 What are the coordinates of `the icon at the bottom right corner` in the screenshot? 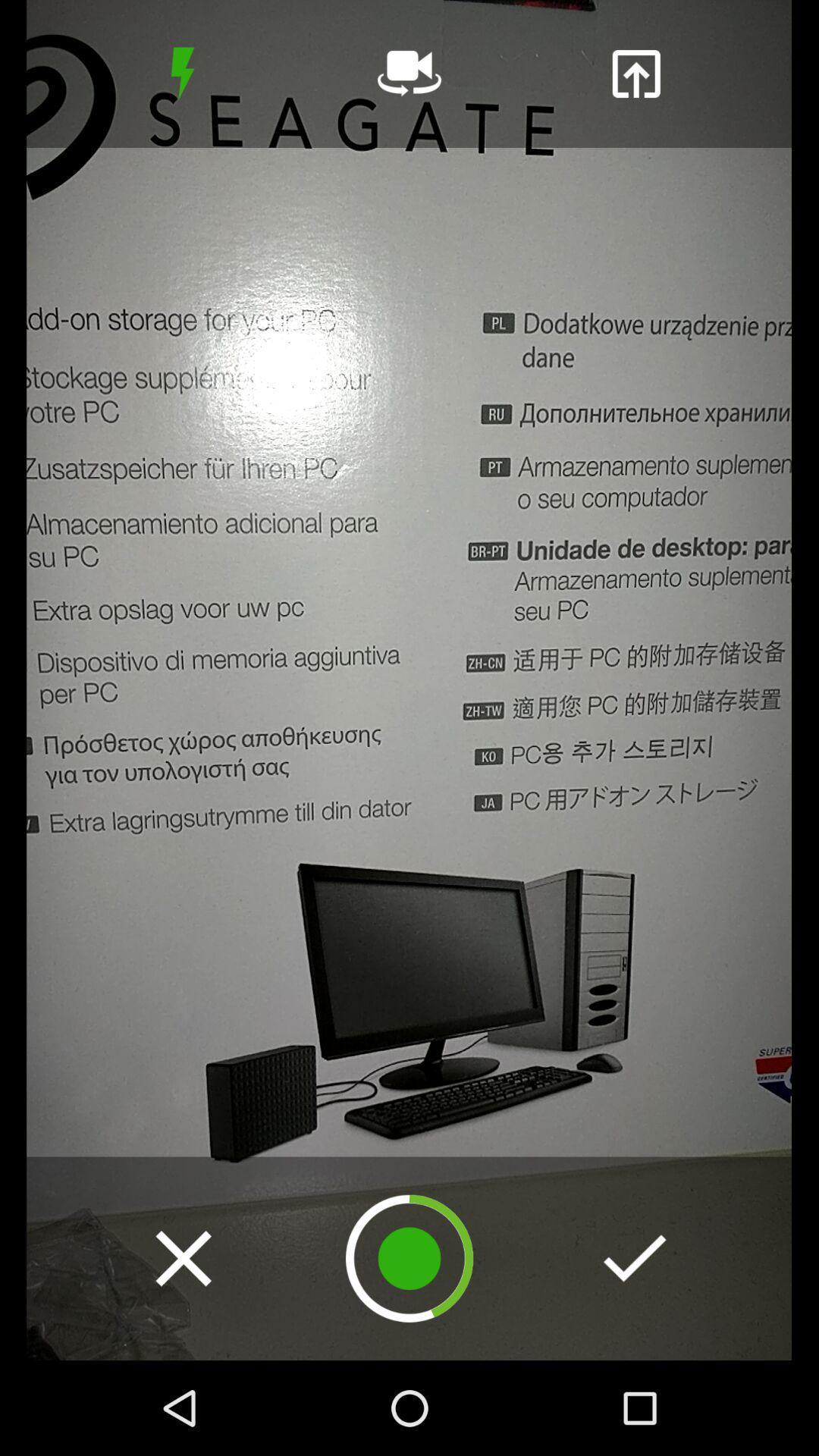 It's located at (635, 1258).